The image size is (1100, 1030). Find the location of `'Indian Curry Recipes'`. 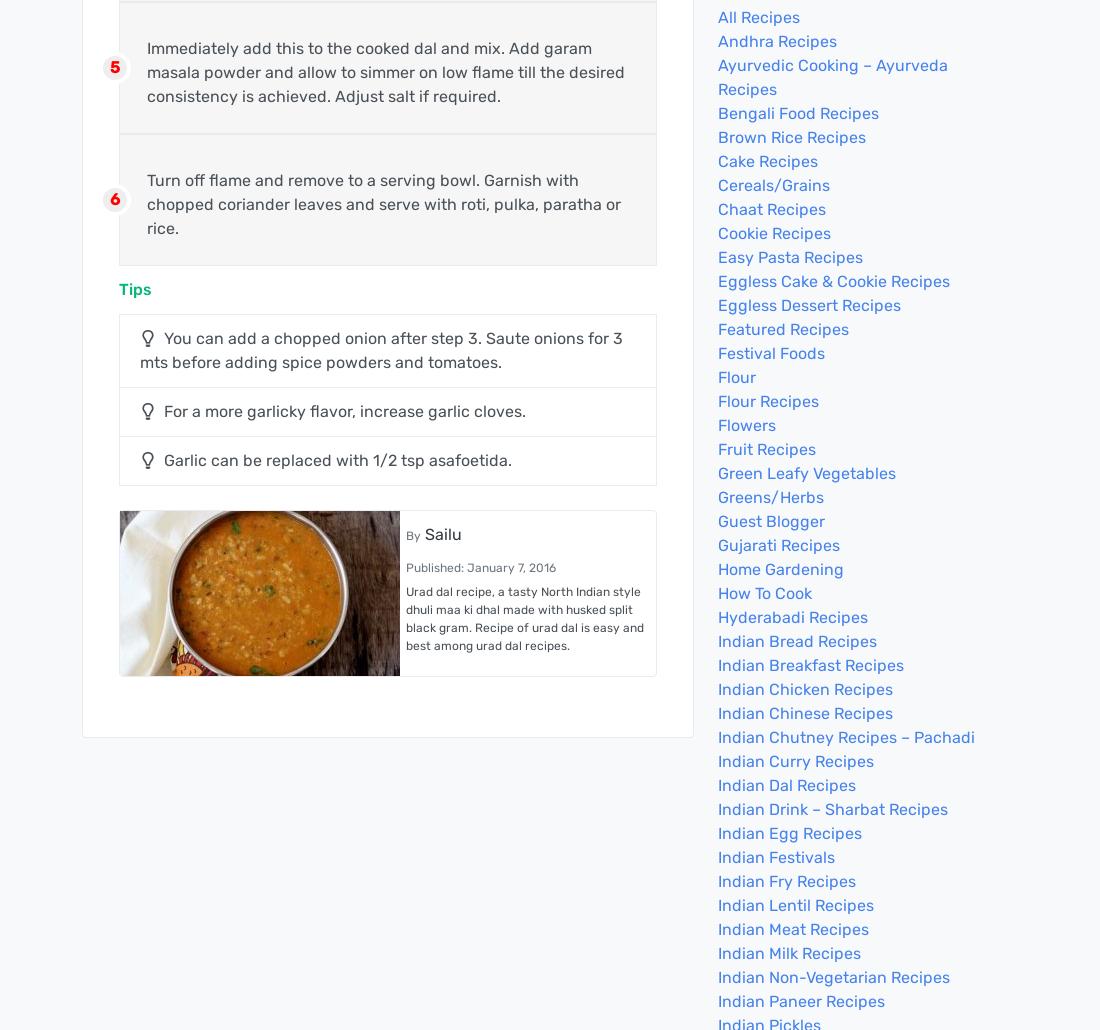

'Indian Curry Recipes' is located at coordinates (795, 761).